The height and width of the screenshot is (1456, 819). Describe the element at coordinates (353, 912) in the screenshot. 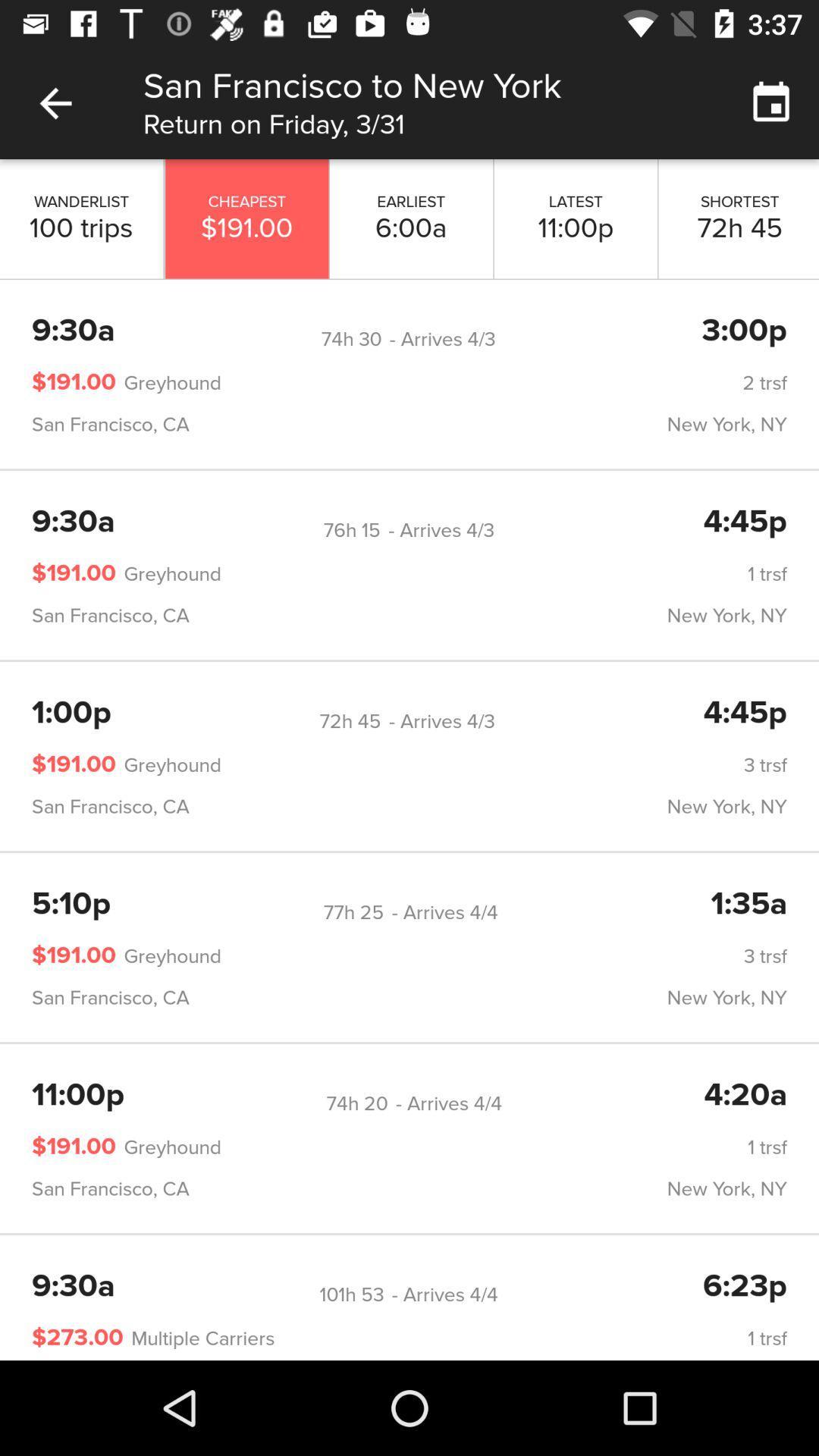

I see `the item to the right of the 5:10p` at that location.